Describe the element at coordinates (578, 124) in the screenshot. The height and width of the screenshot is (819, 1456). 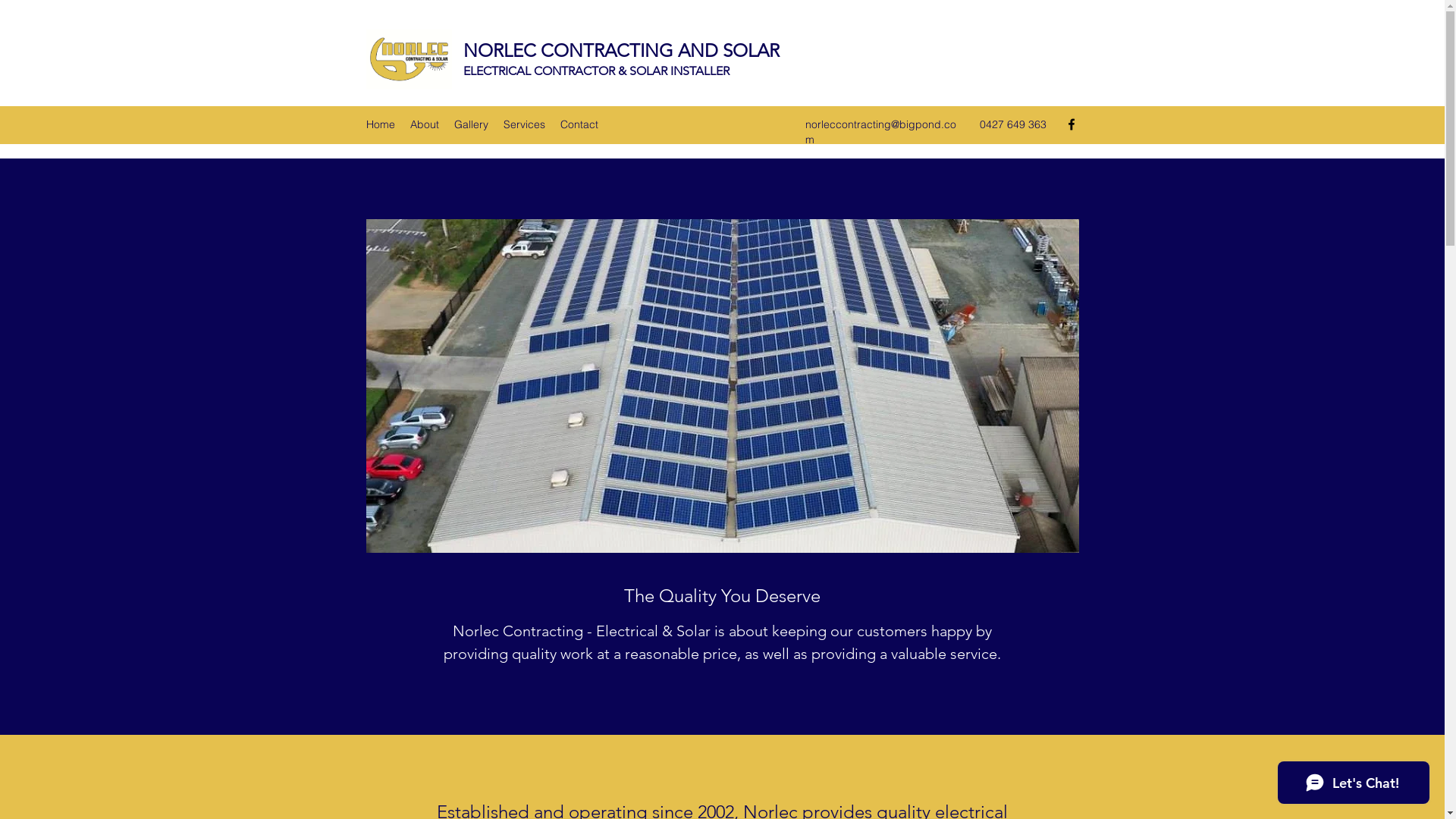
I see `'Contact'` at that location.